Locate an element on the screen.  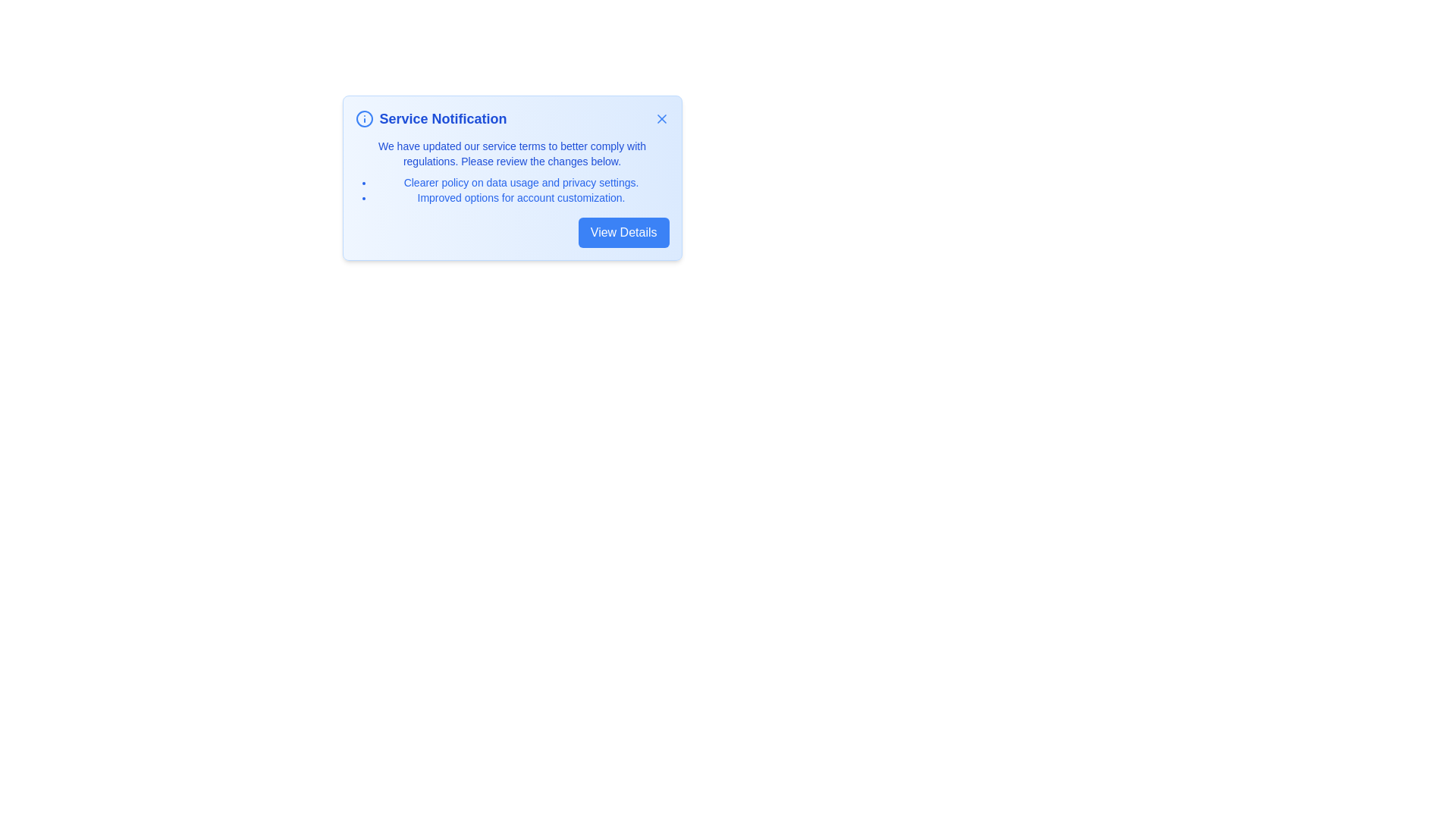
the 'View Details' button to navigate to more information about the updates is located at coordinates (623, 233).